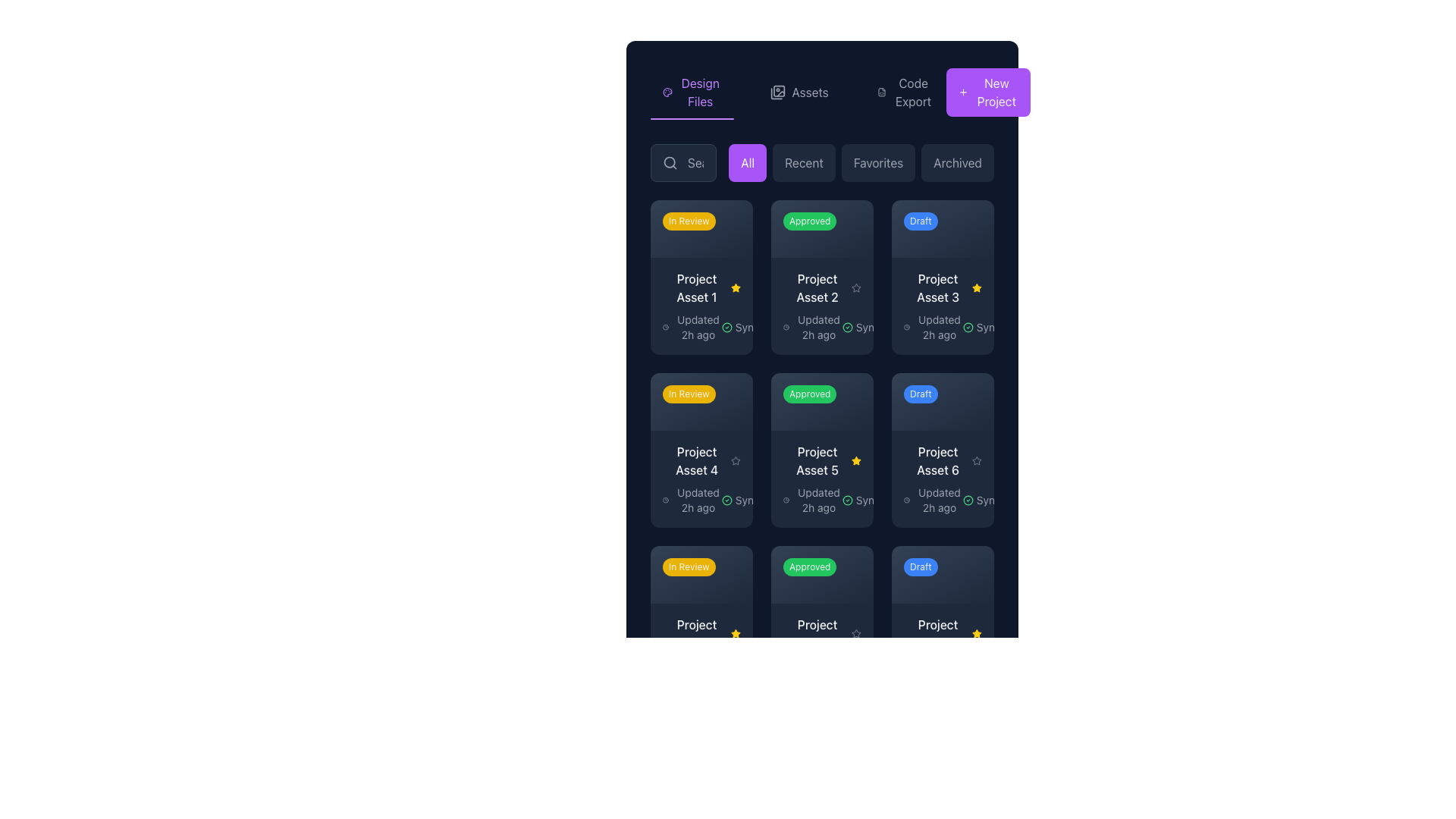  What do you see at coordinates (701, 278) in the screenshot?
I see `the project card with a dark background and a yellow badge labeled 'In Review', which includes the title 'Project Asset 1' and is the first item in the grid layout` at bounding box center [701, 278].